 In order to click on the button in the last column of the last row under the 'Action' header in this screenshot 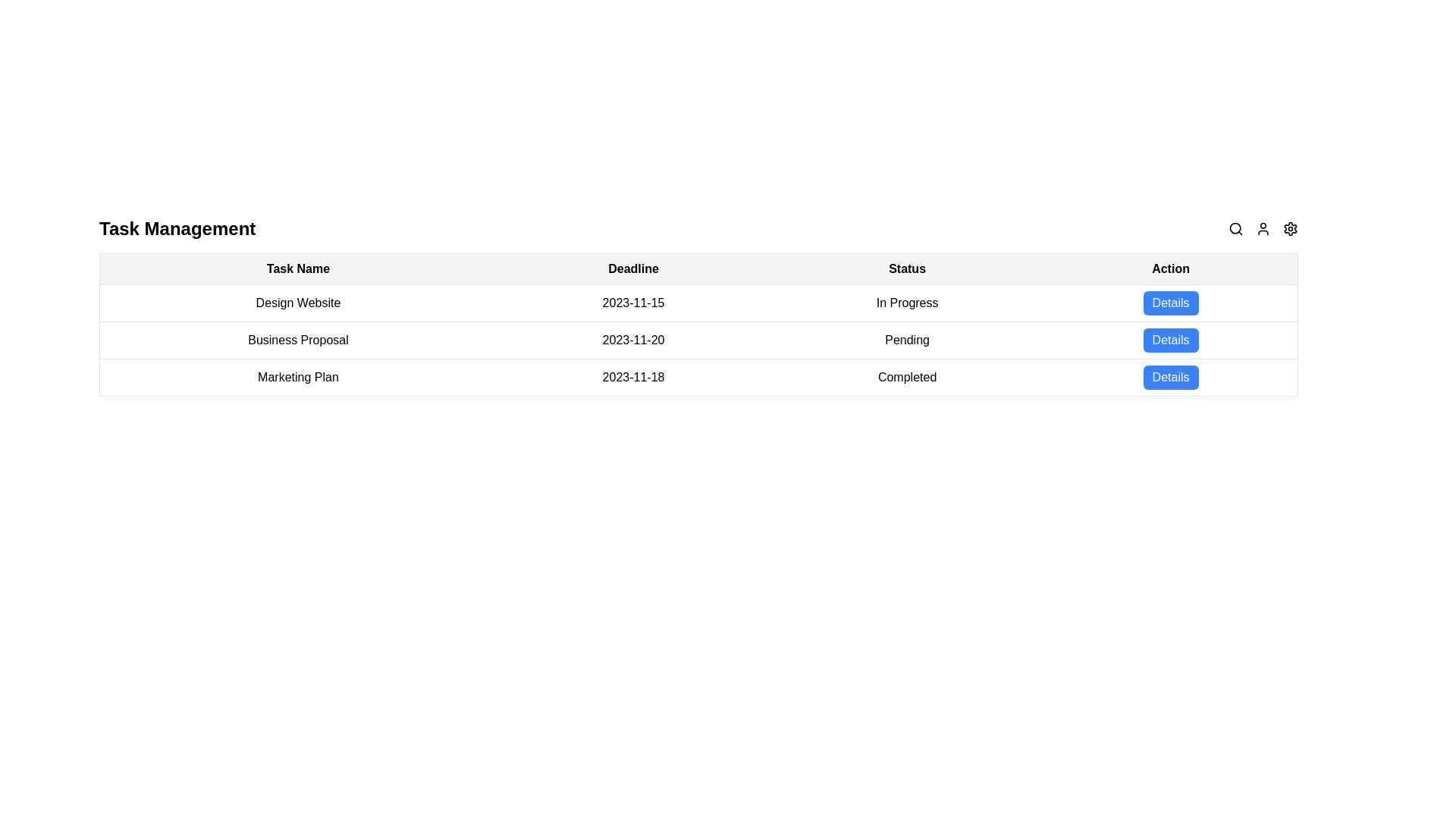, I will do `click(1170, 376)`.